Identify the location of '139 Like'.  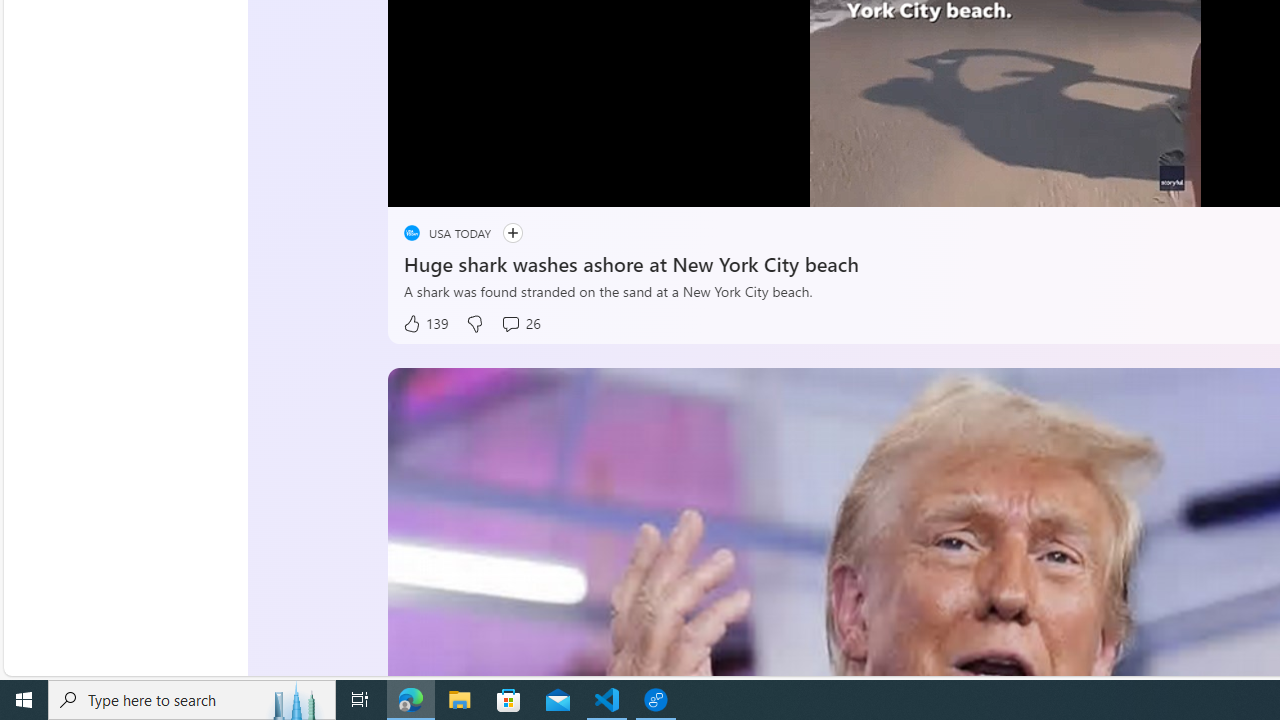
(424, 323).